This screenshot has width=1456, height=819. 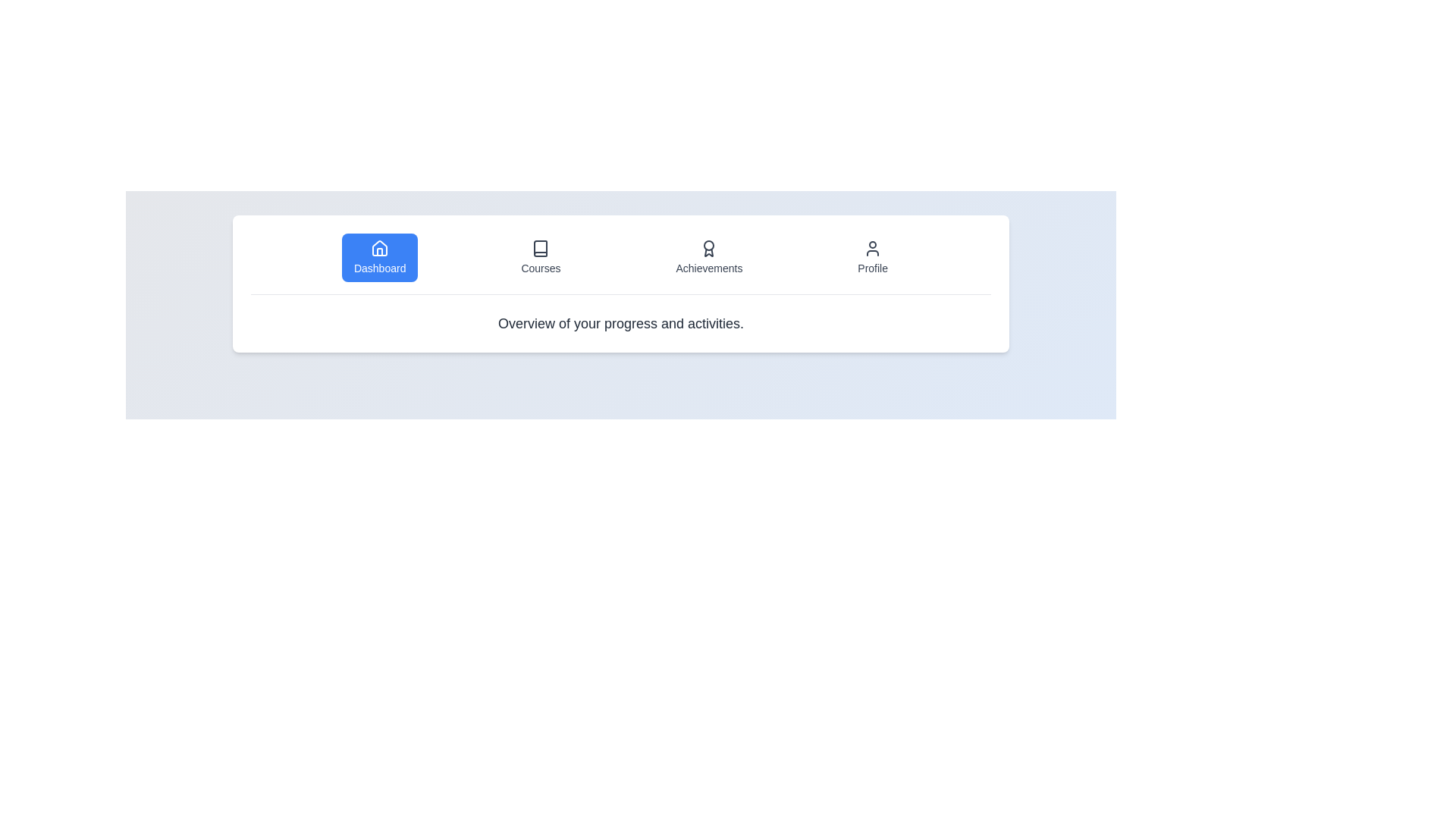 What do you see at coordinates (541, 268) in the screenshot?
I see `text label that indicates the courses option in the navigation menu, located below the book icon and centered as the second item from the left` at bounding box center [541, 268].